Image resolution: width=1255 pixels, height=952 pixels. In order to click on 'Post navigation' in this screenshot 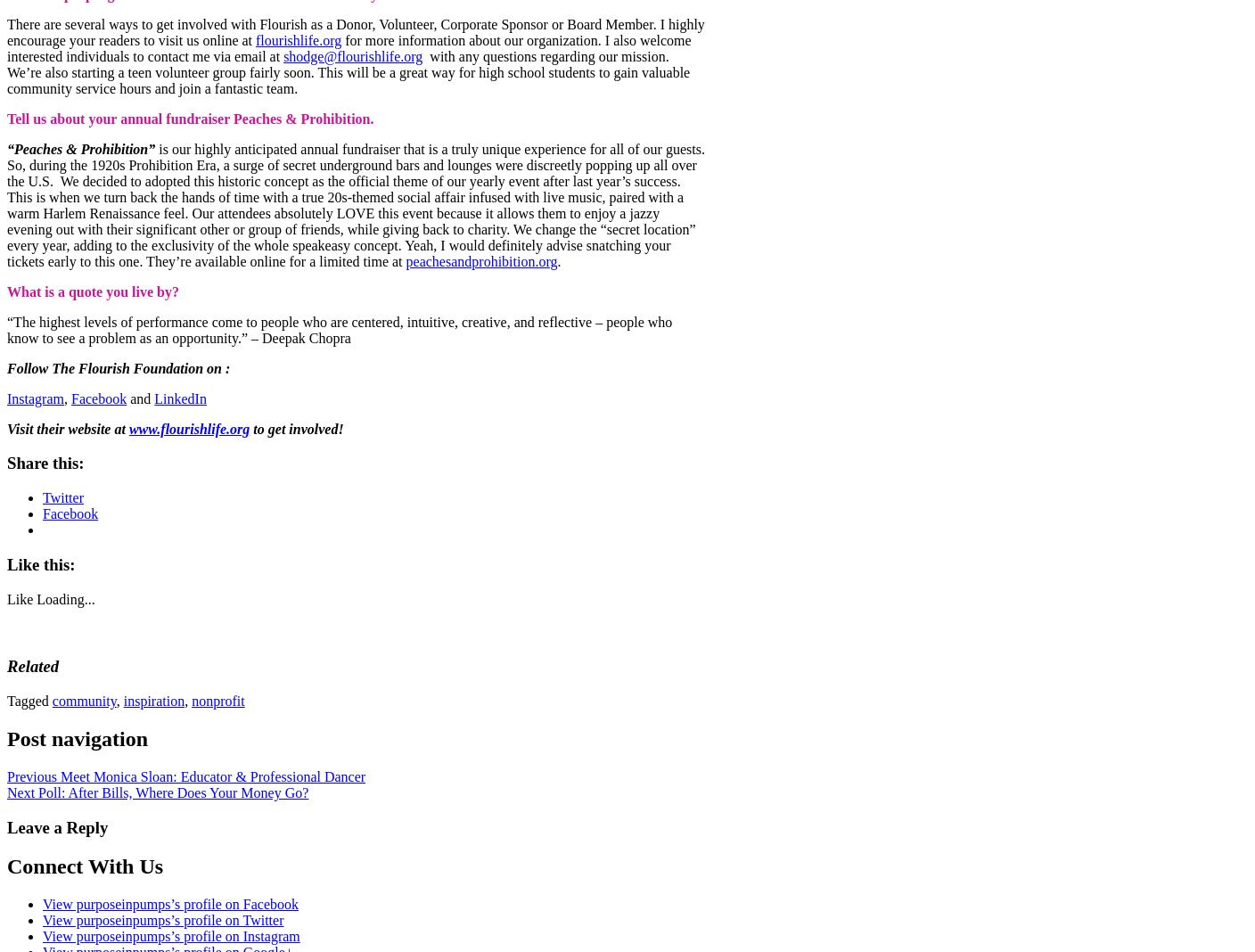, I will do `click(77, 737)`.